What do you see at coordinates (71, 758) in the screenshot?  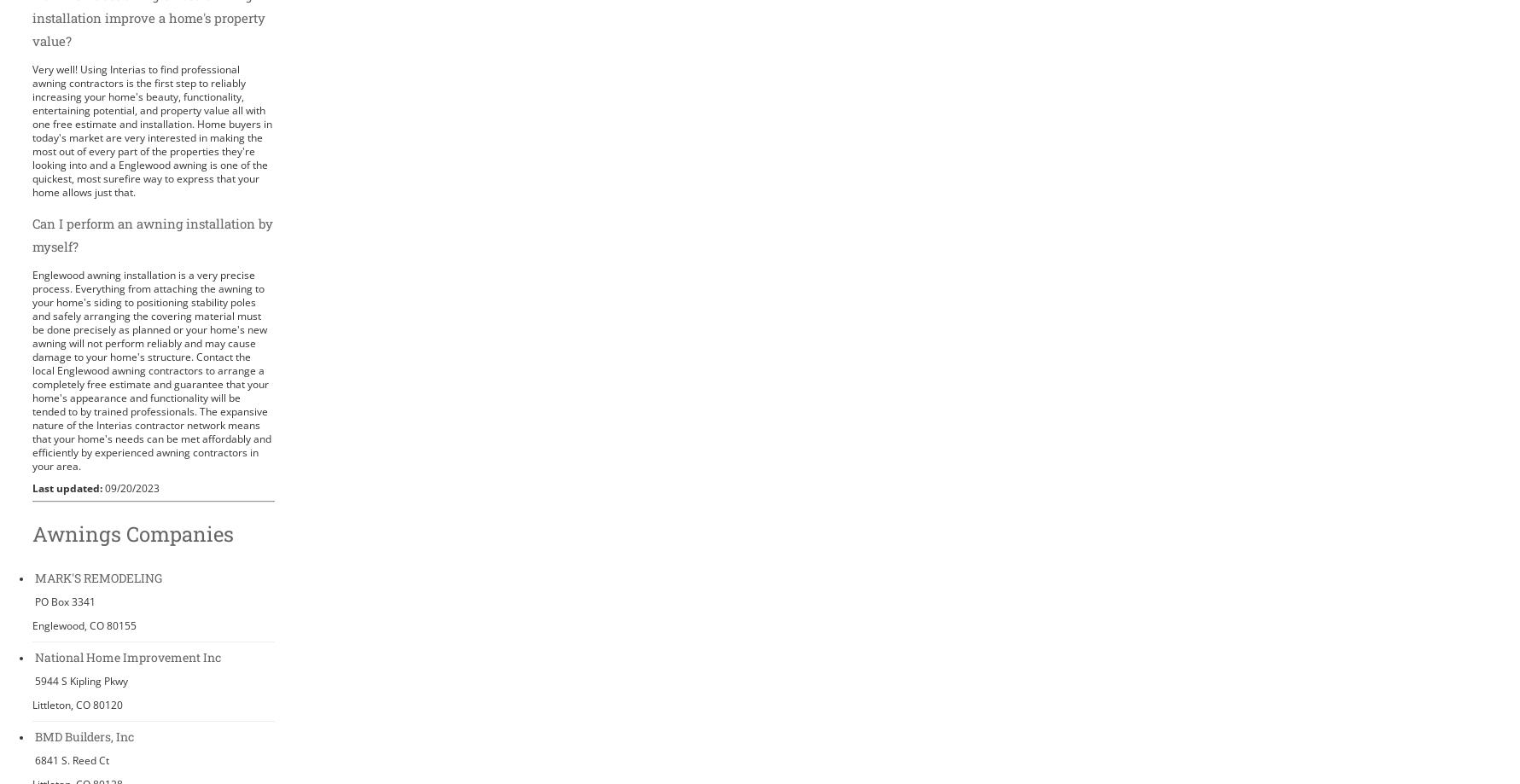 I see `'6841 S. Reed Ct'` at bounding box center [71, 758].